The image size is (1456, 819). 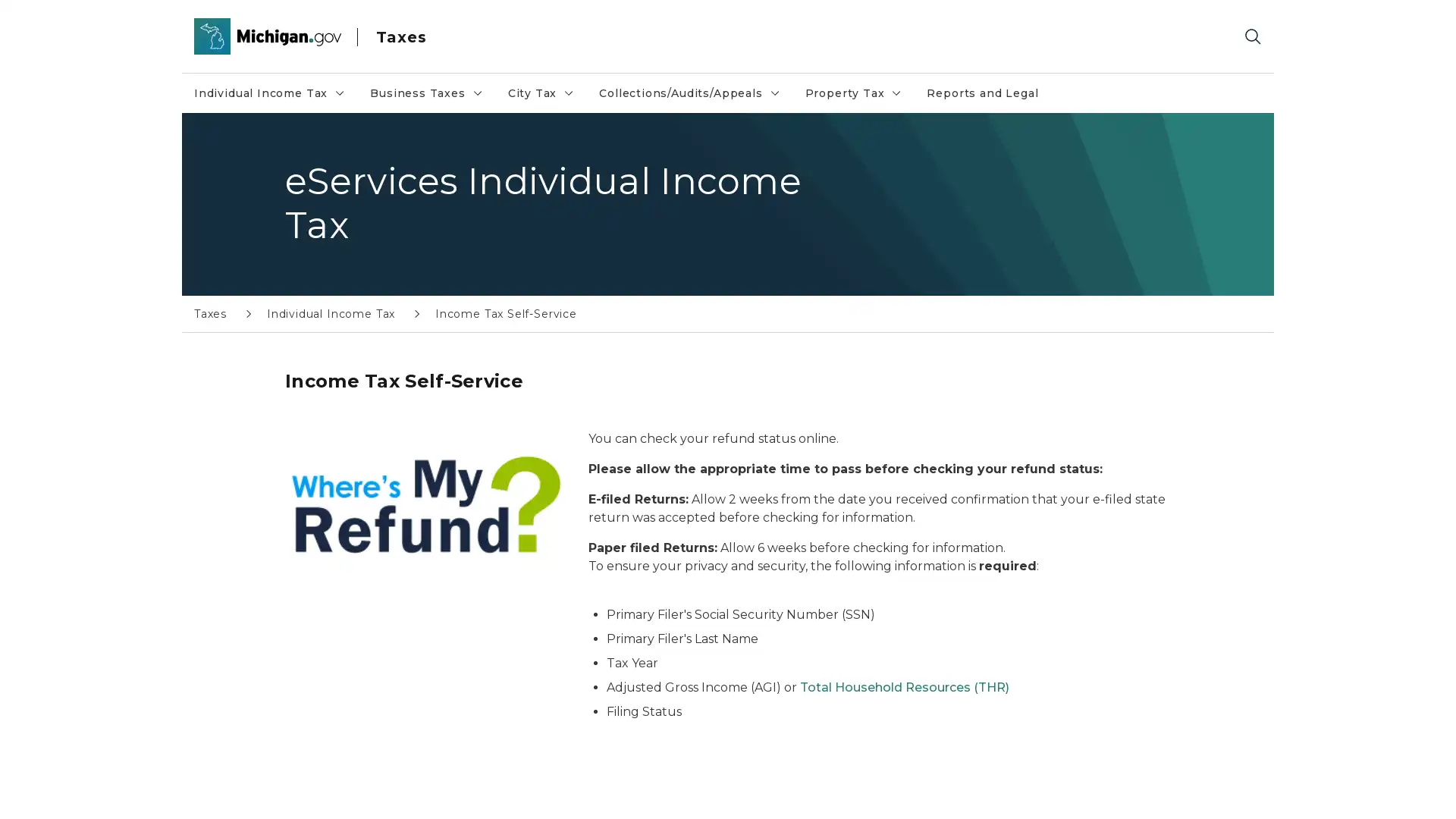 I want to click on Search, so click(x=1252, y=35).